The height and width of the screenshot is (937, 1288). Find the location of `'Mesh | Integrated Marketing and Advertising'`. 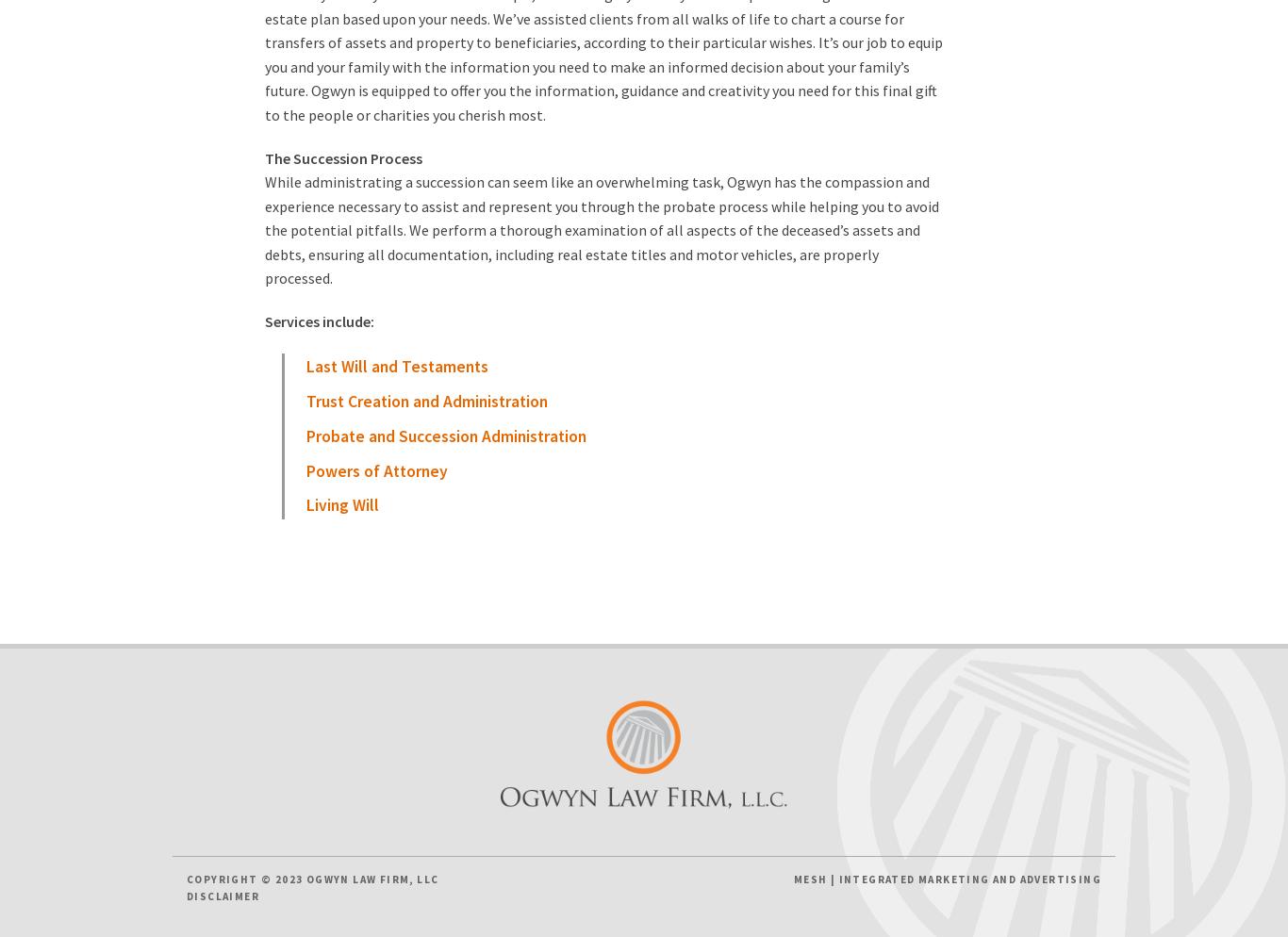

'Mesh | Integrated Marketing and Advertising' is located at coordinates (947, 879).